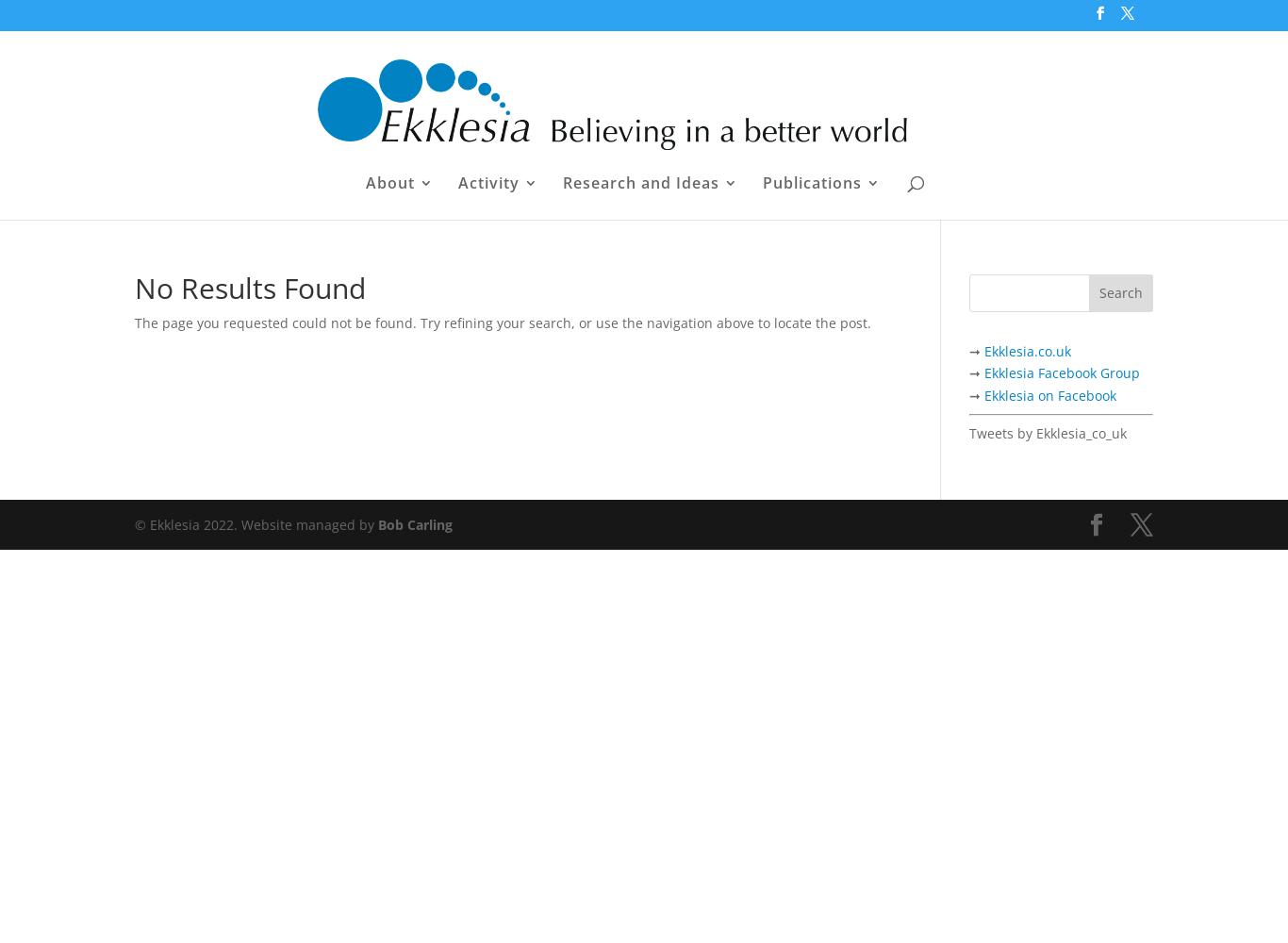 The height and width of the screenshot is (943, 1288). Describe the element at coordinates (402, 296) in the screenshot. I see `'People'` at that location.